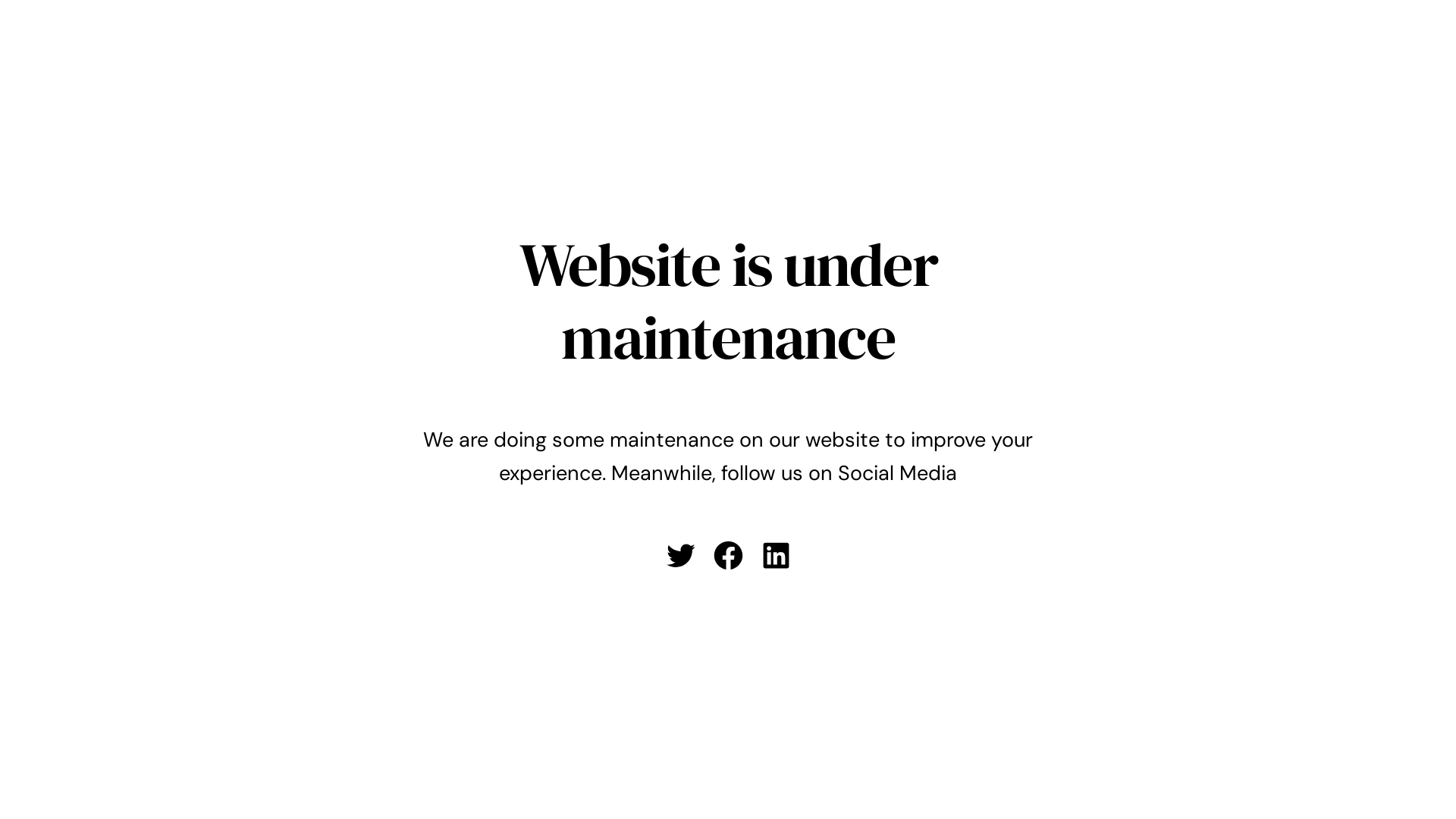  Describe the element at coordinates (679, 555) in the screenshot. I see `'Twitter'` at that location.